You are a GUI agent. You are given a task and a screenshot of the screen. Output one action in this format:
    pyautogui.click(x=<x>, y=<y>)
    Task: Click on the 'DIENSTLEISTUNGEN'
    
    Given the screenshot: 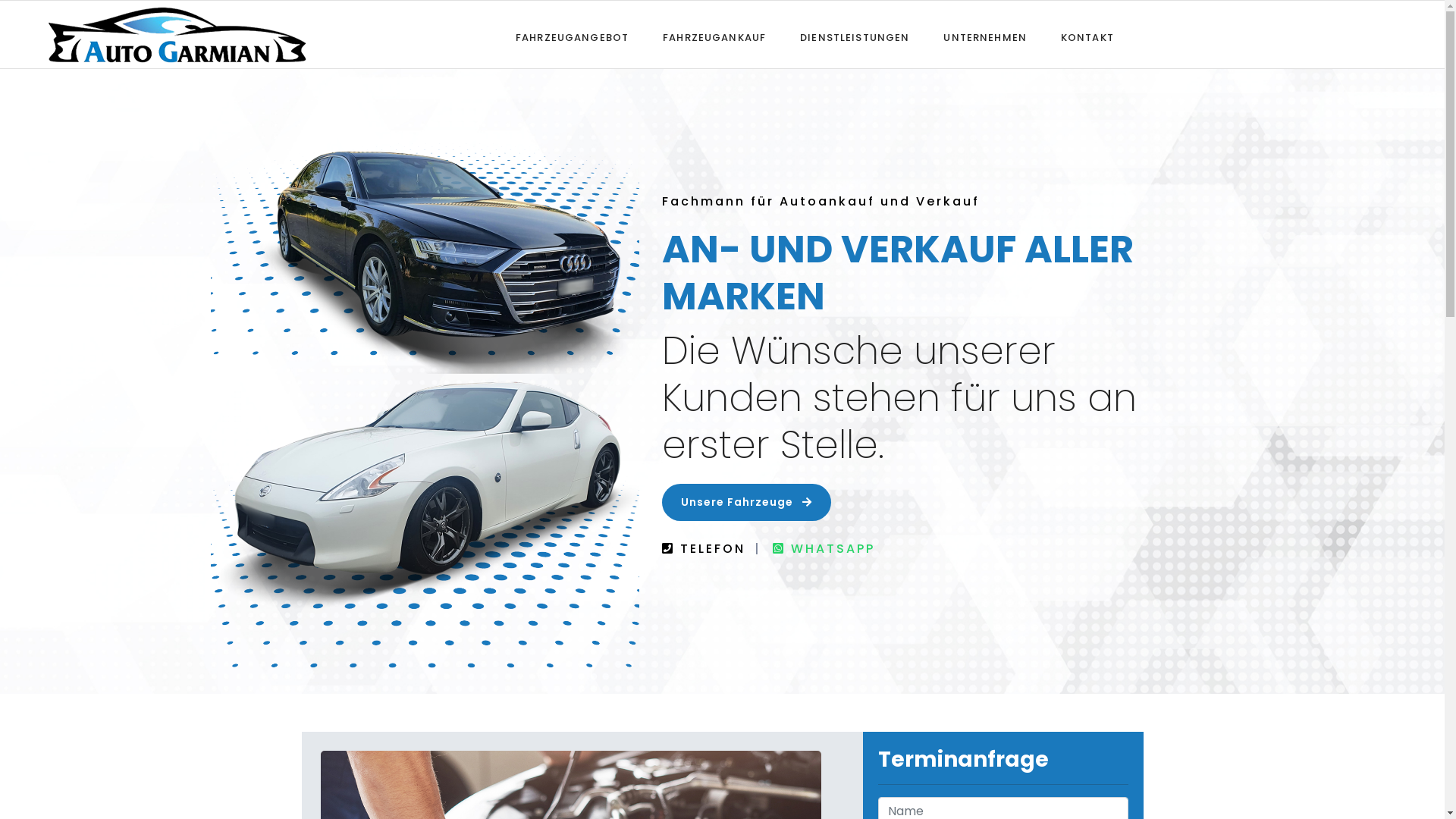 What is the action you would take?
    pyautogui.click(x=855, y=37)
    